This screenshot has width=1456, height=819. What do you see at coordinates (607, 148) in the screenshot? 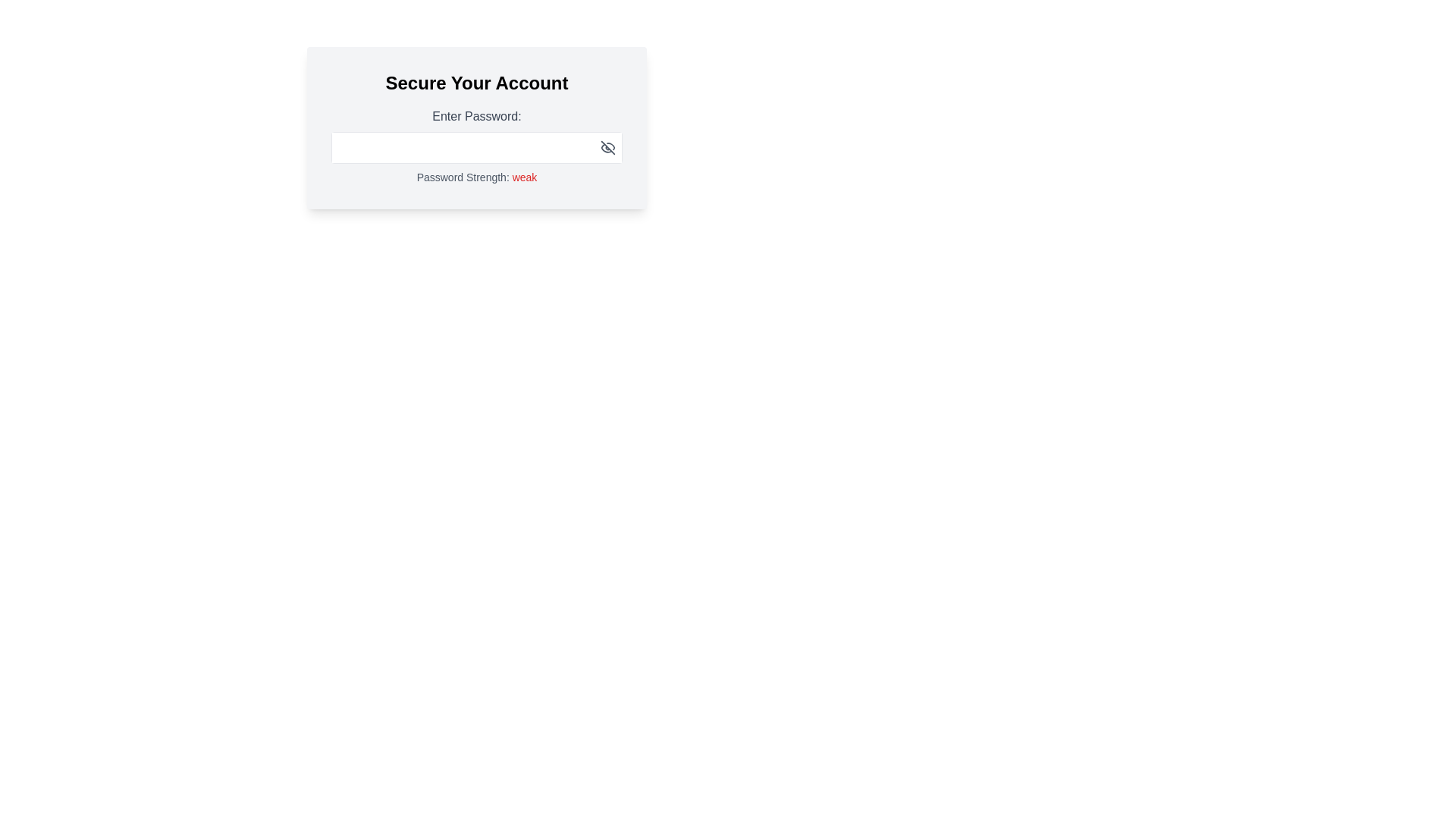
I see `the button with an eye-off icon located at the far right of the password input field` at bounding box center [607, 148].